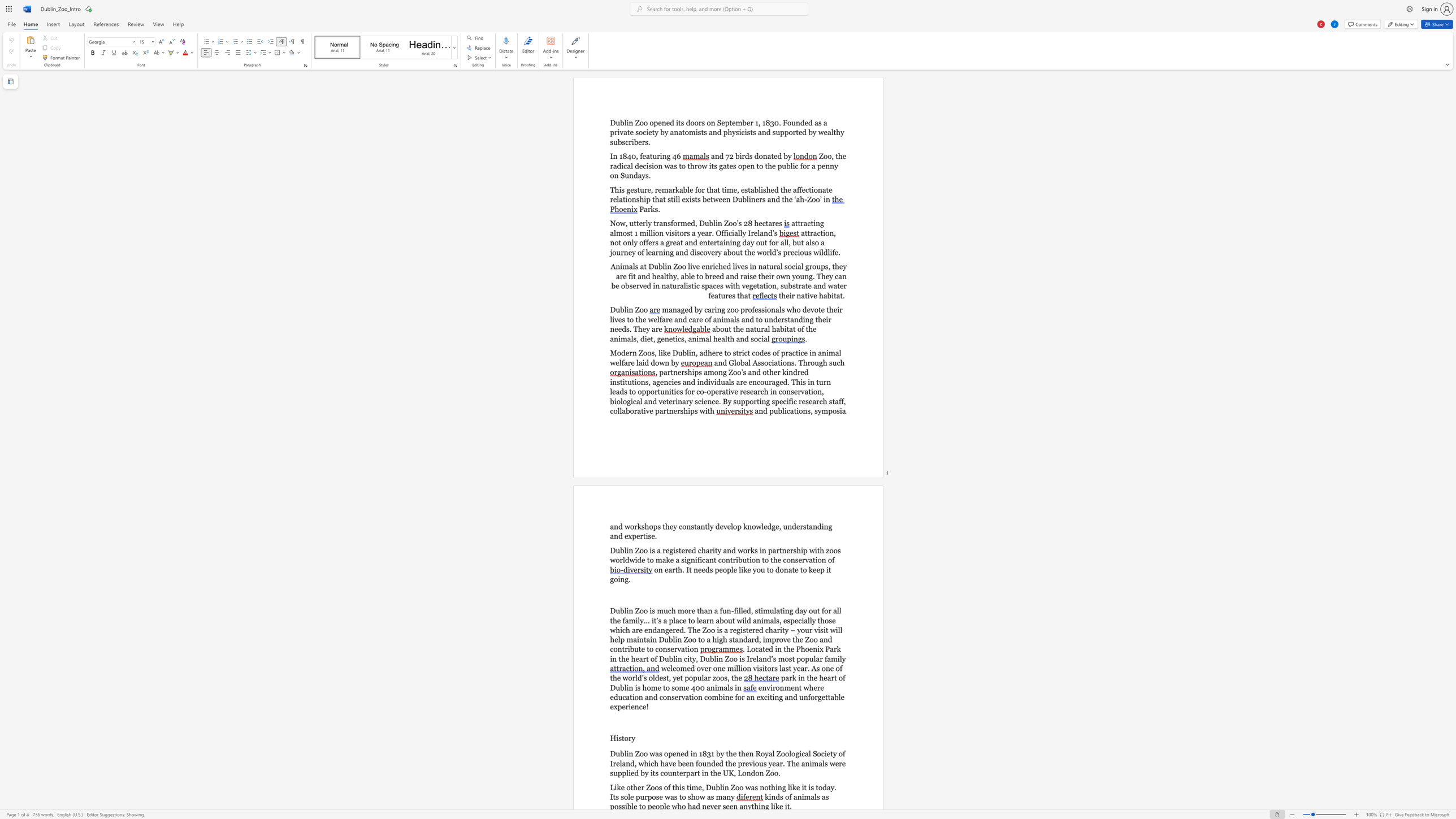  I want to click on the subset text "Dublin Zoo opened its doors on September 1, 1830. Founded as a private society by anatomists and physicists and supported by wealthy subscrib" within the text "Dublin Zoo opened its doors on September 1, 1830. Founded as a private society by anatomists and physicists and supported by wealthy subscribers.", so click(610, 123).